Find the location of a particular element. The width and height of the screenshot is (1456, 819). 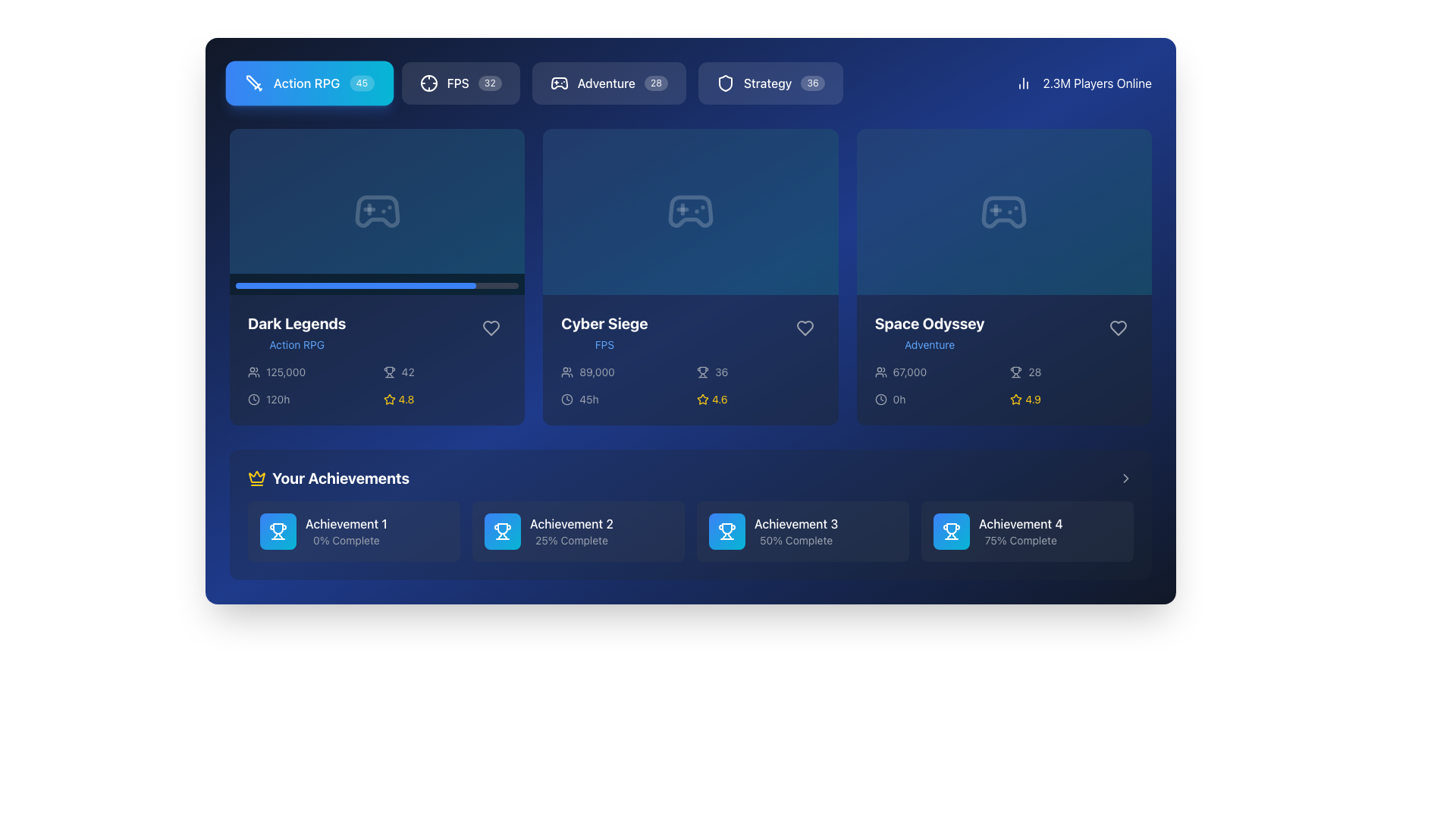

the text component displaying 'Achievement 3' and '50% Complete' is located at coordinates (795, 531).